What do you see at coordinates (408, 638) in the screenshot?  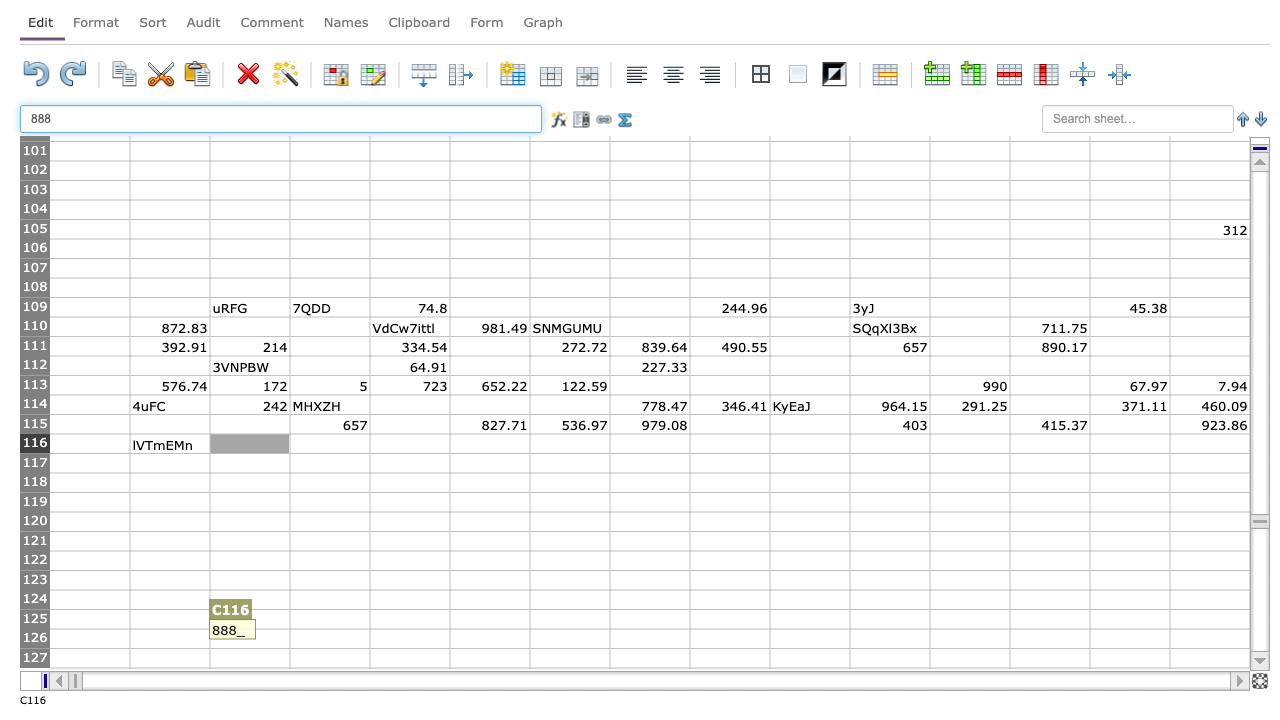 I see `E-126` at bounding box center [408, 638].